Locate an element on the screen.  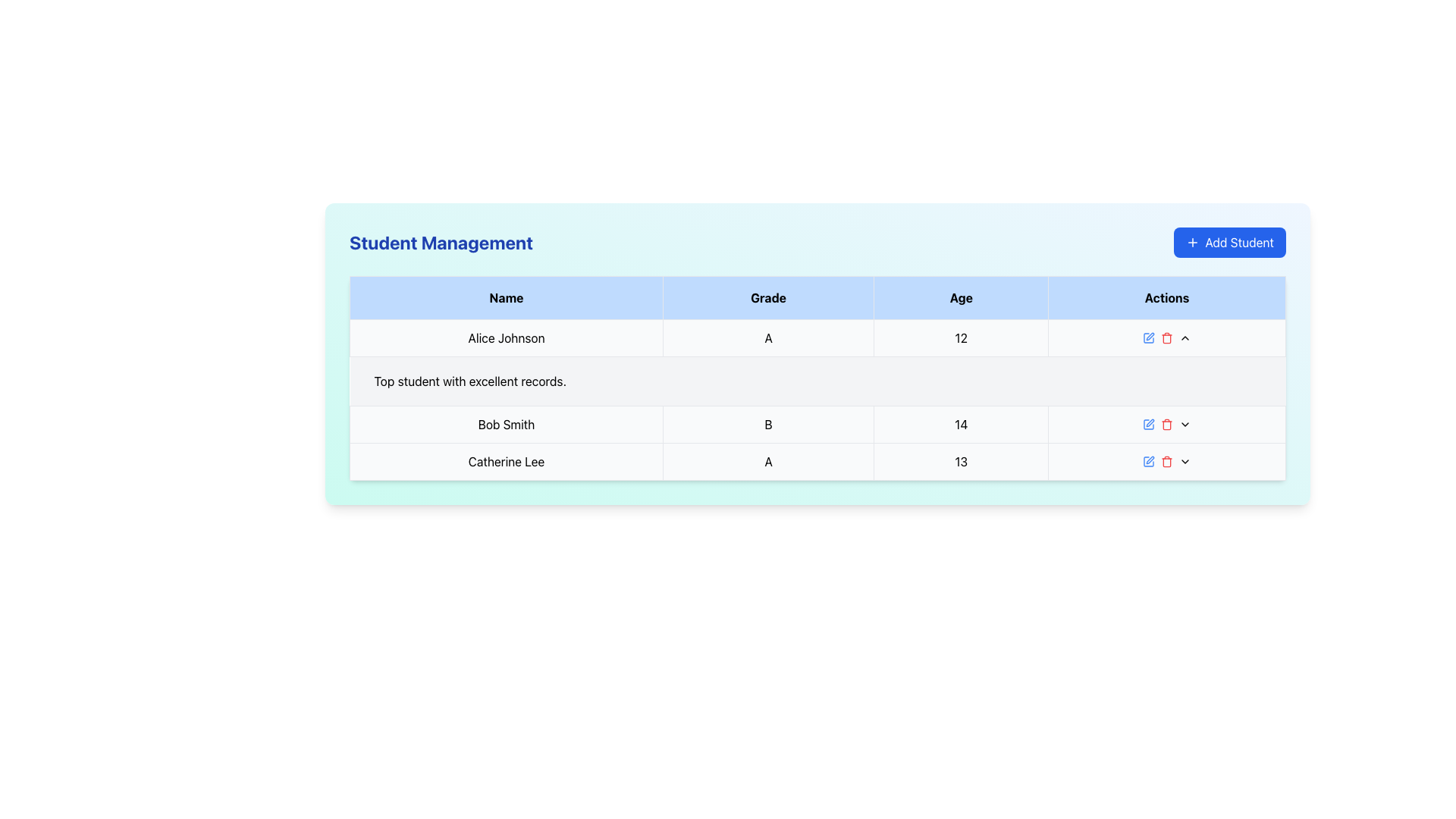
the 'Actions' column header in the table, which is the fourth header located to the right of the 'Age' header is located at coordinates (1166, 298).